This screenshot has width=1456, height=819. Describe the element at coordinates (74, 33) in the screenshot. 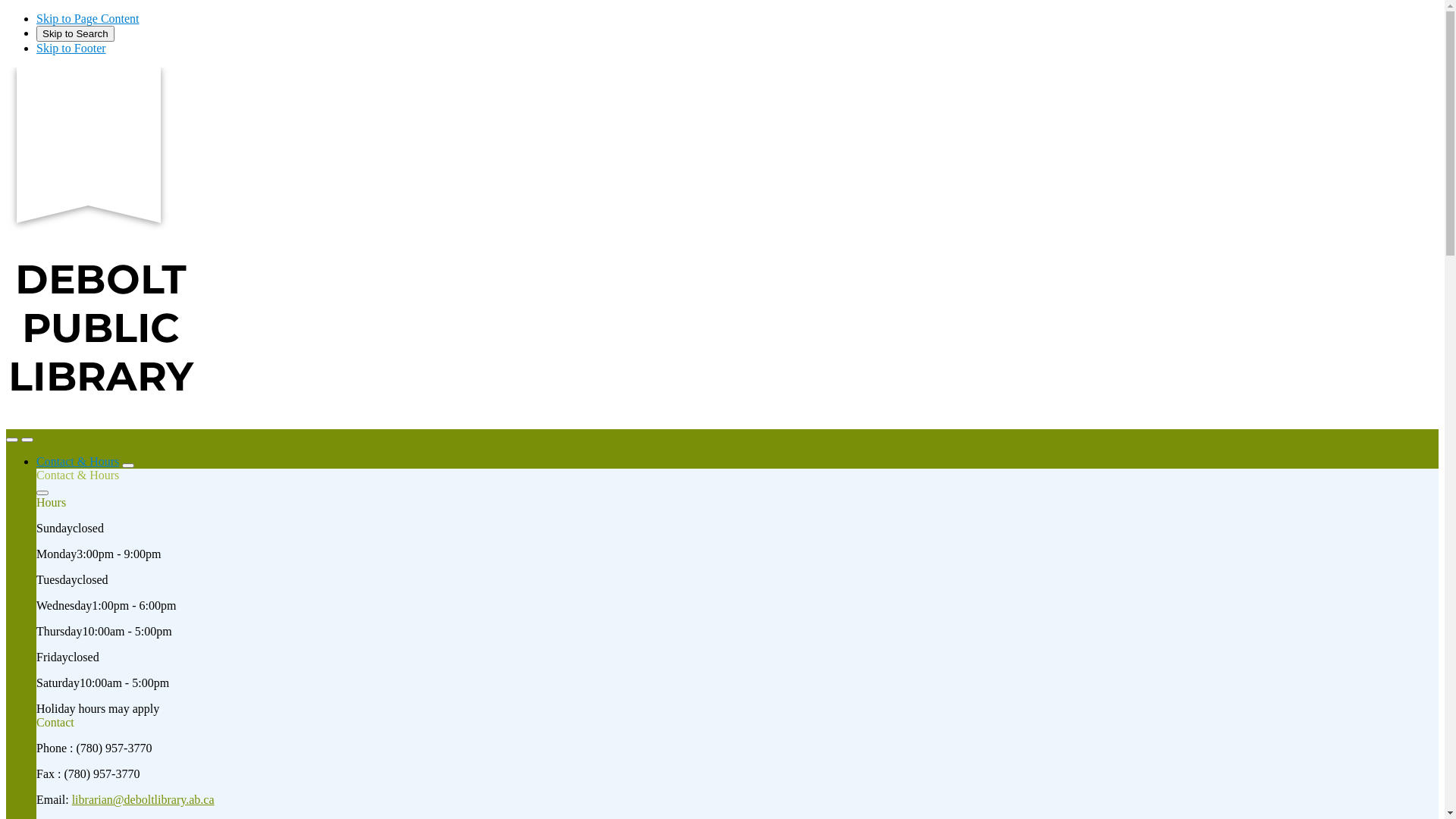

I see `'Skip to Search'` at that location.